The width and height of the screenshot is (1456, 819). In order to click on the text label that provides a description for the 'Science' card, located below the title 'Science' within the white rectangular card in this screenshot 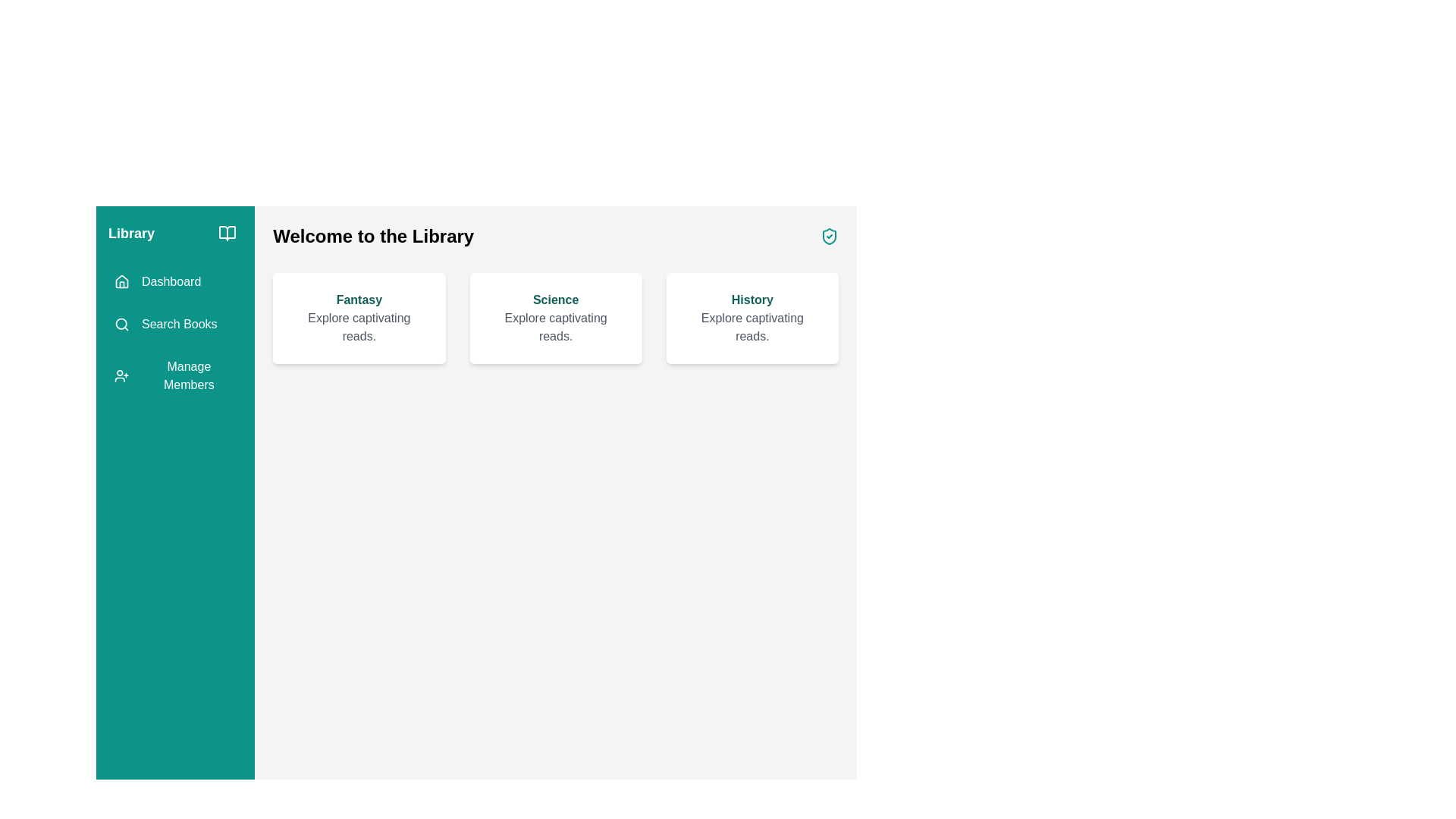, I will do `click(555, 327)`.